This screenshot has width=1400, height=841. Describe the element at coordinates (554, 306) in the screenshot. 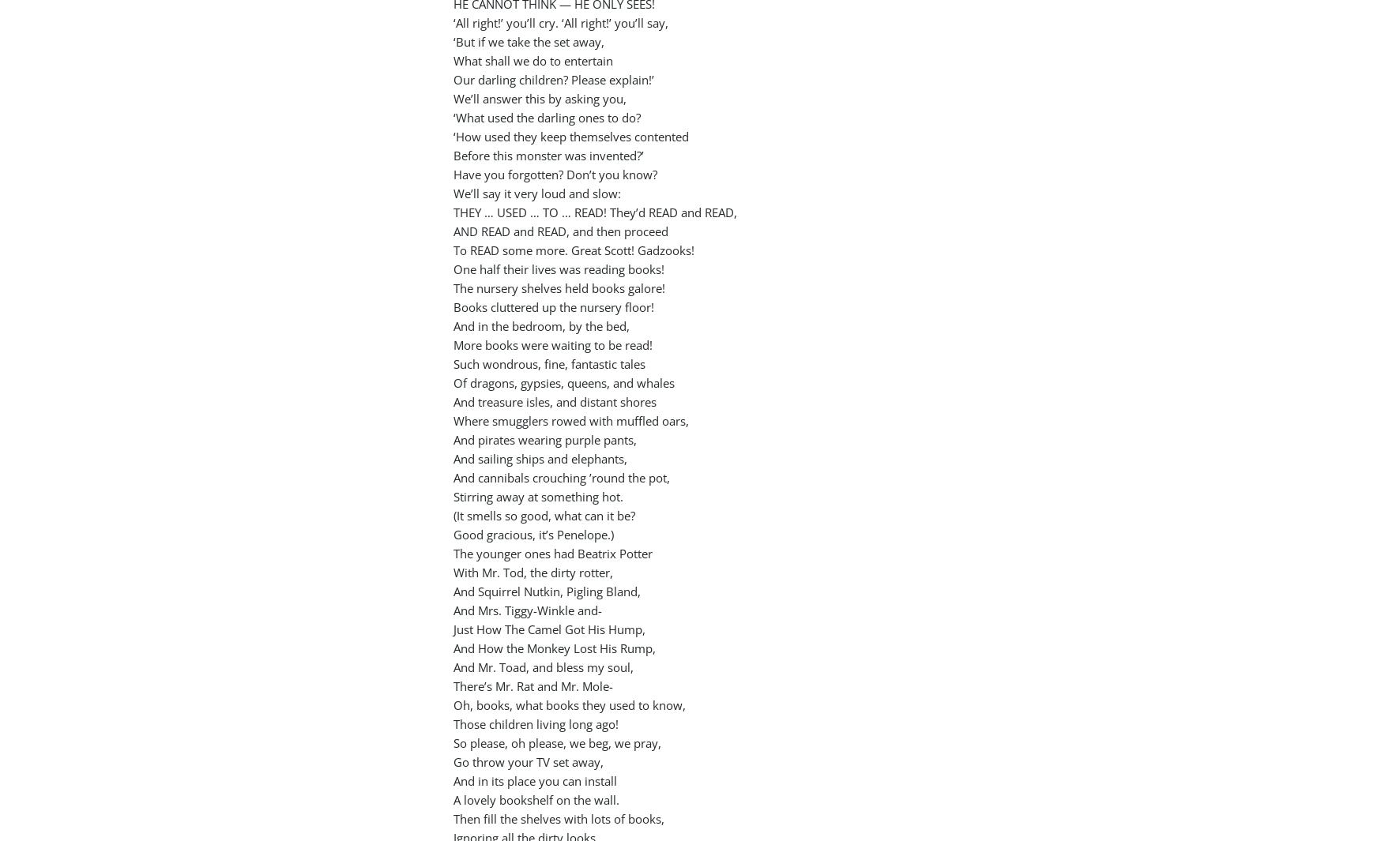

I see `'Books cluttered up the nursery floor!'` at that location.